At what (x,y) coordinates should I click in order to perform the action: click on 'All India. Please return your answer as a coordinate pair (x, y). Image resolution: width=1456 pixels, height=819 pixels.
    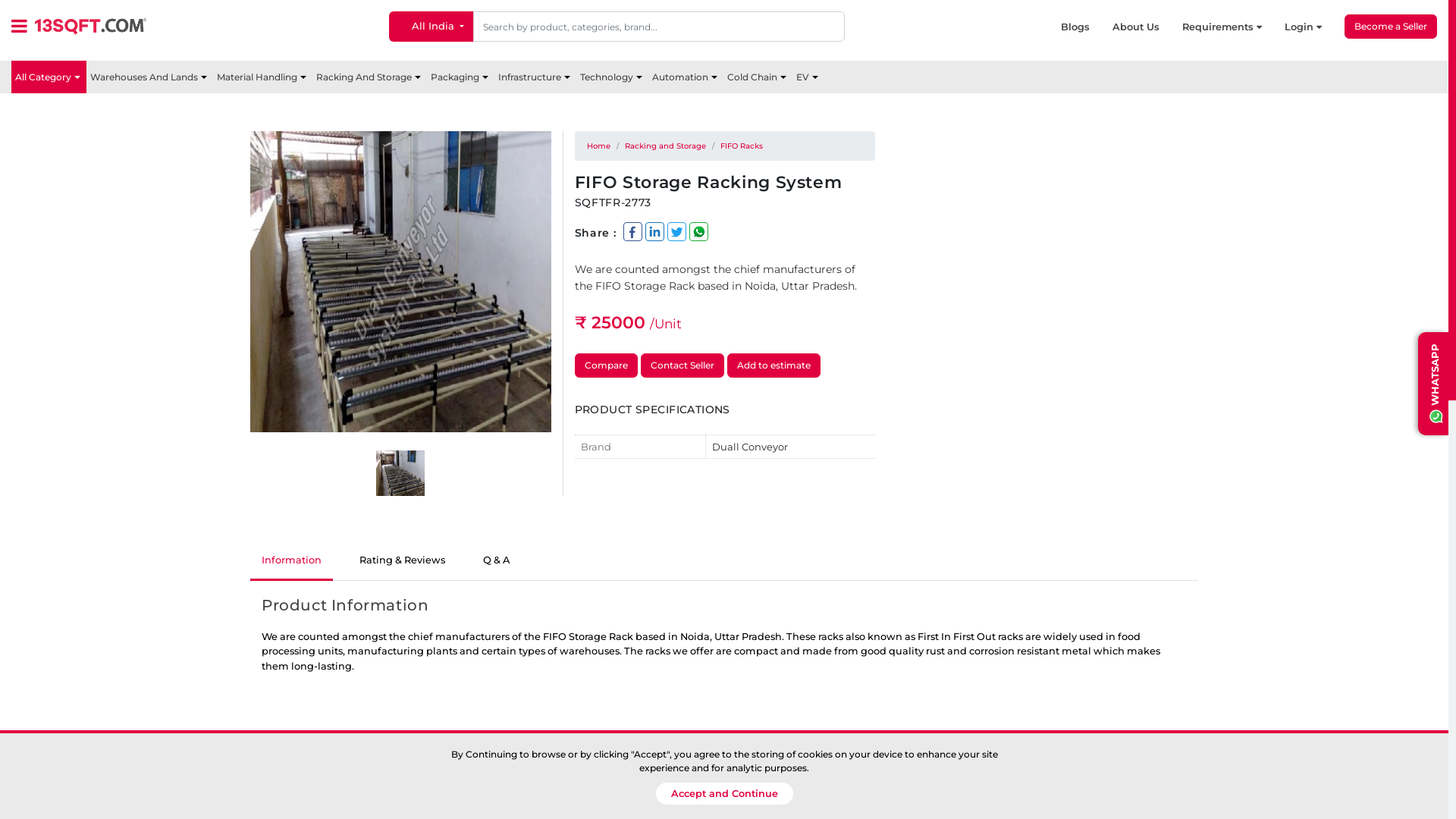
    Looking at the image, I should click on (389, 26).